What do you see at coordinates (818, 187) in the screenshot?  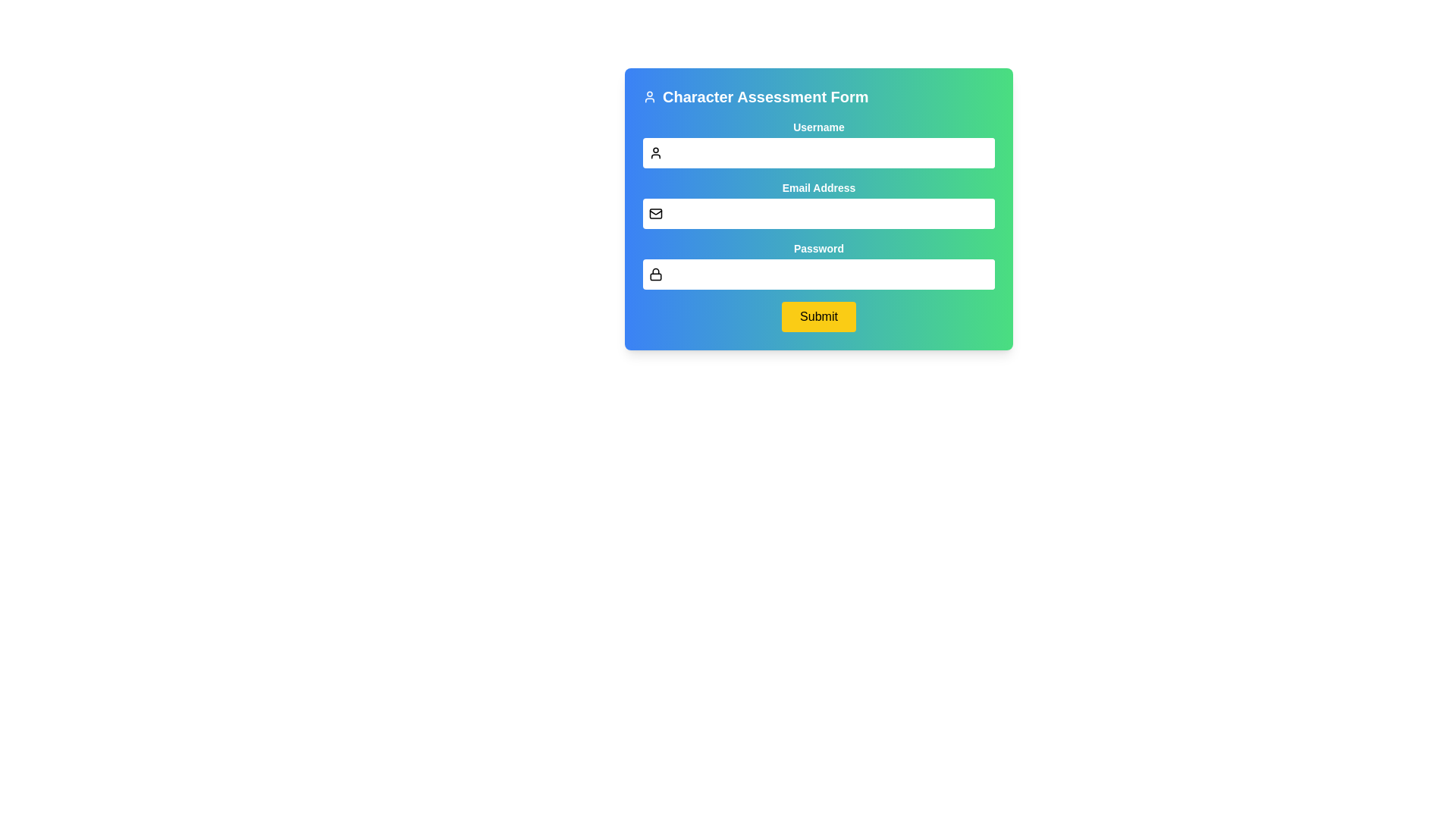 I see `text from the Text Label above the email input field, which indicates that the adjacent input field is for entering an email address` at bounding box center [818, 187].